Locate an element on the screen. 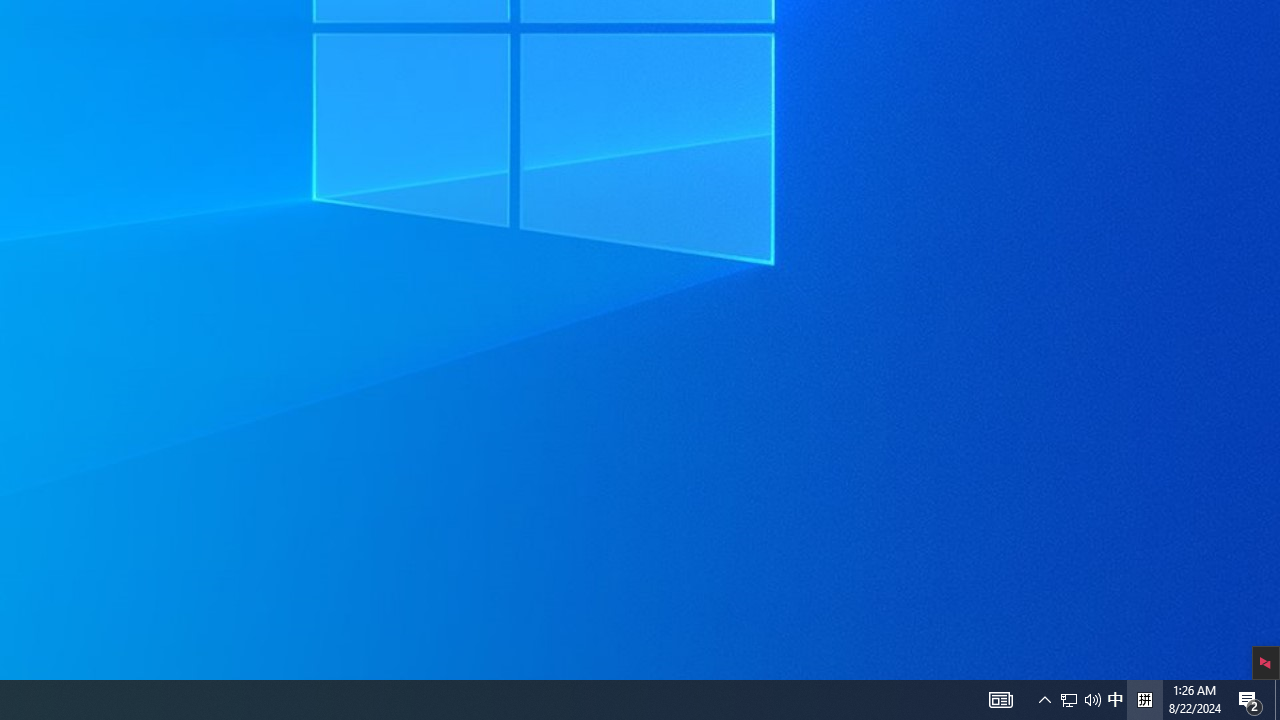 The height and width of the screenshot is (720, 1280). 'User Promoted Notification Area' is located at coordinates (1068, 698).